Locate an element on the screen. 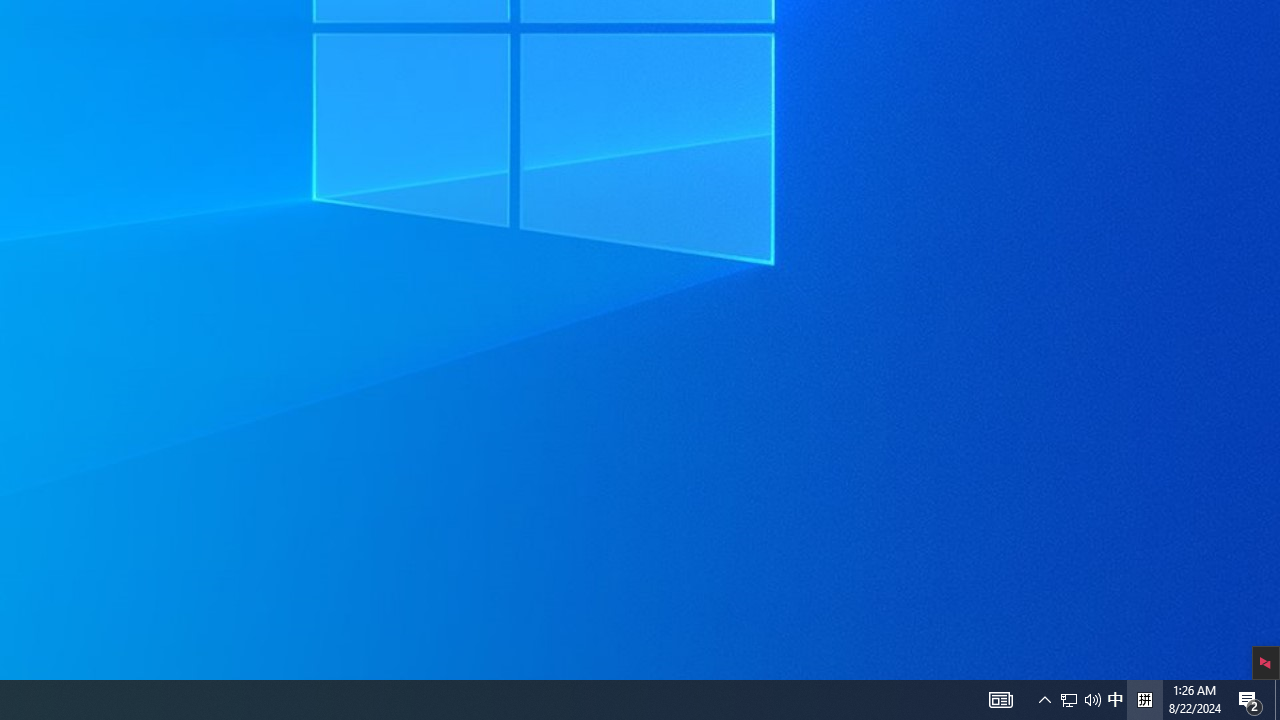 The height and width of the screenshot is (720, 1280). 'User Promoted Notification Area' is located at coordinates (1068, 698).